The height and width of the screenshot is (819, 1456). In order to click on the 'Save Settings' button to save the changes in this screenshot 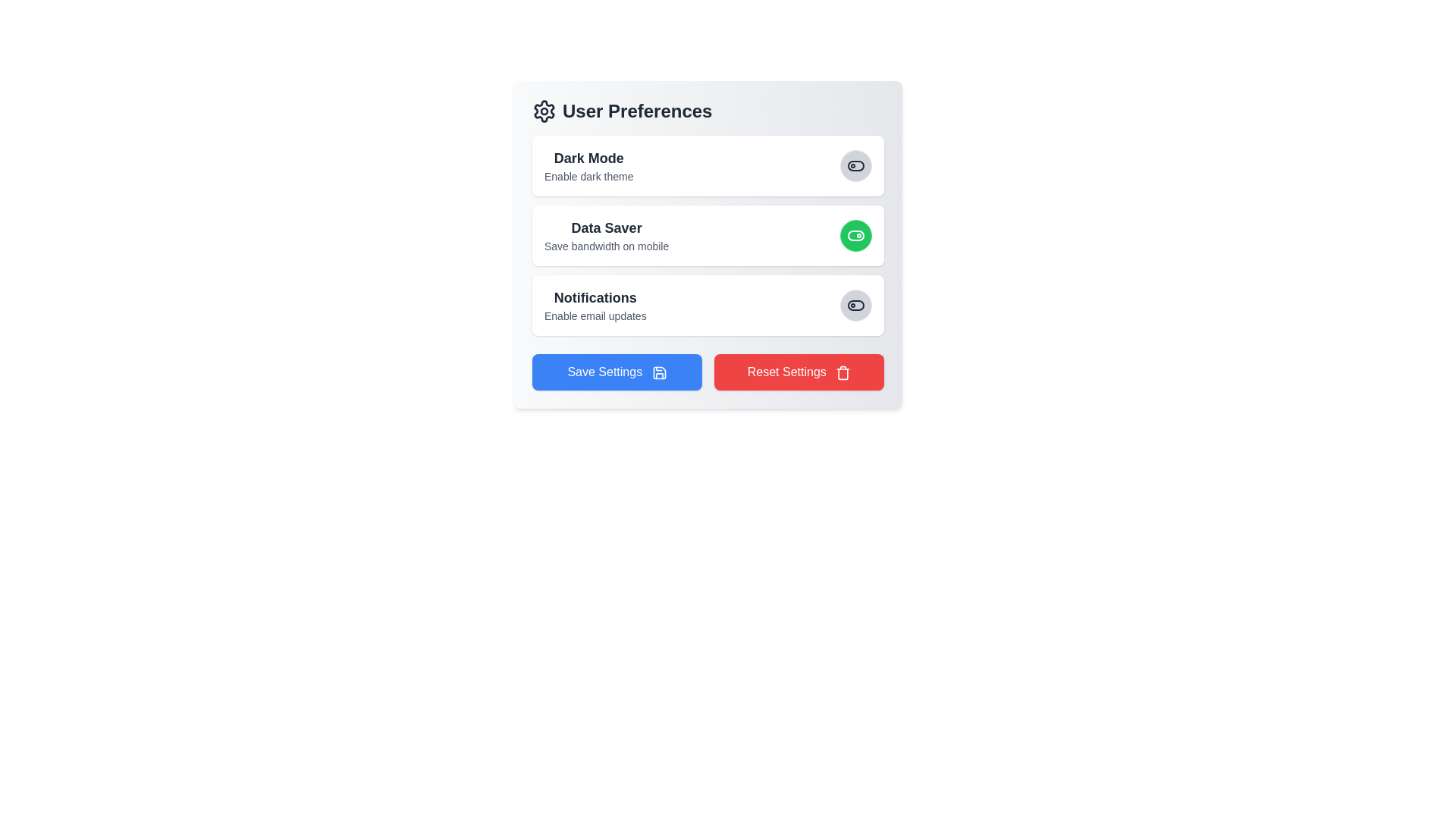, I will do `click(617, 372)`.